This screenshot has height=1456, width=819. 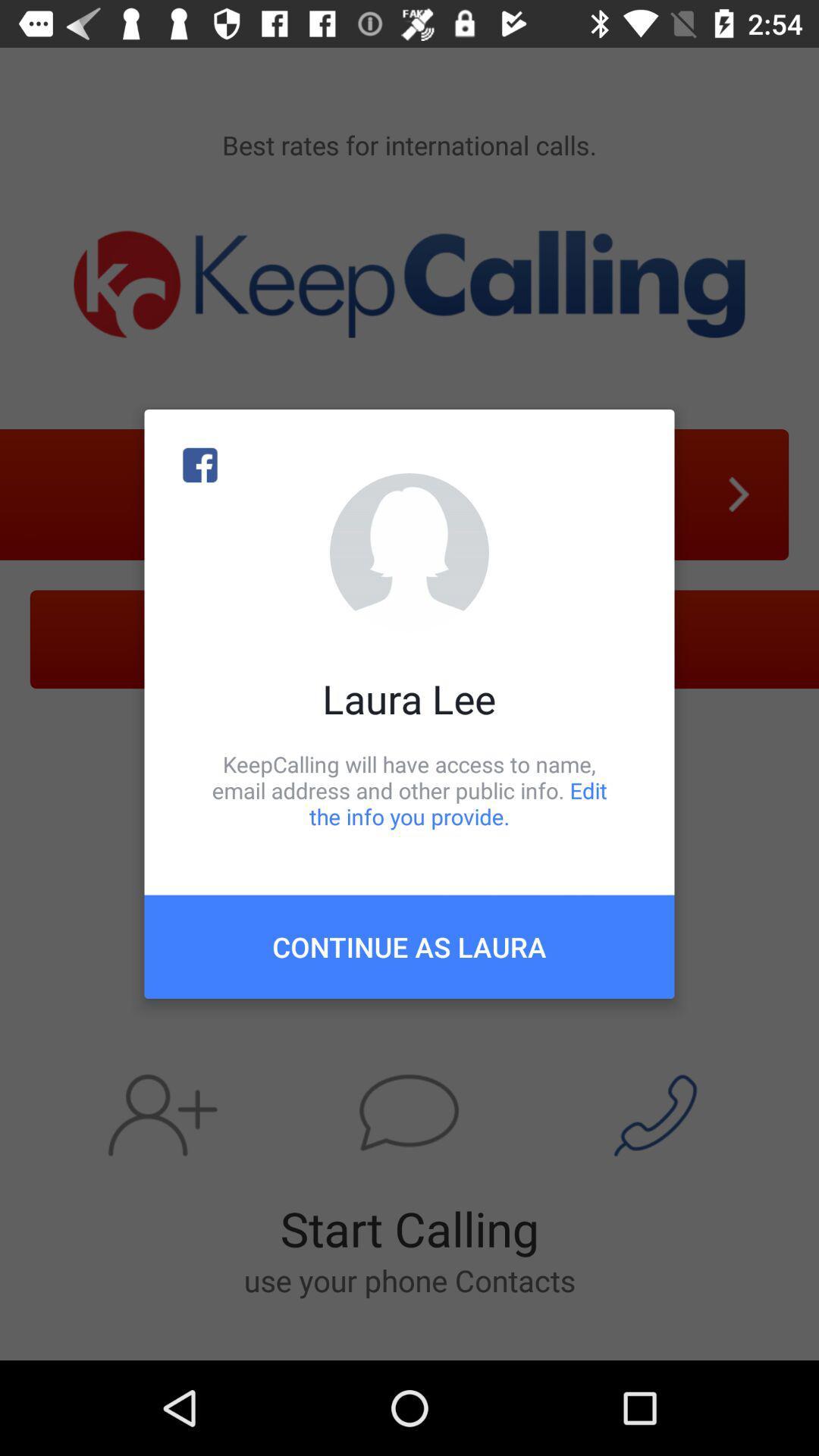 What do you see at coordinates (409, 946) in the screenshot?
I see `the icon below keepcalling will have icon` at bounding box center [409, 946].